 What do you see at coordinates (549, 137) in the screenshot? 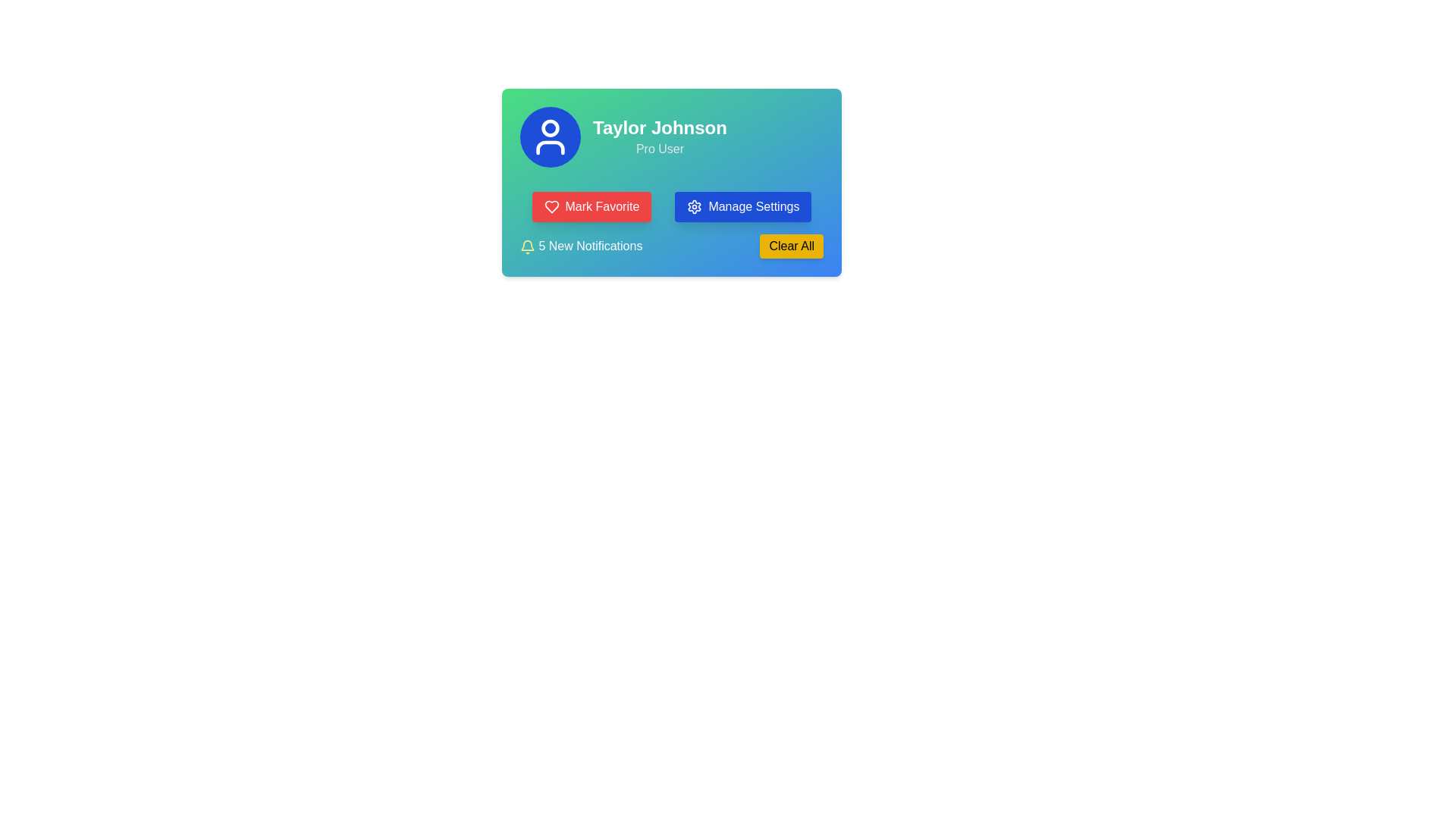
I see `the user avatar icon located within a circular blue background, positioned to the left of the text block displaying 'Taylor Johnson' and 'Pro User'` at bounding box center [549, 137].